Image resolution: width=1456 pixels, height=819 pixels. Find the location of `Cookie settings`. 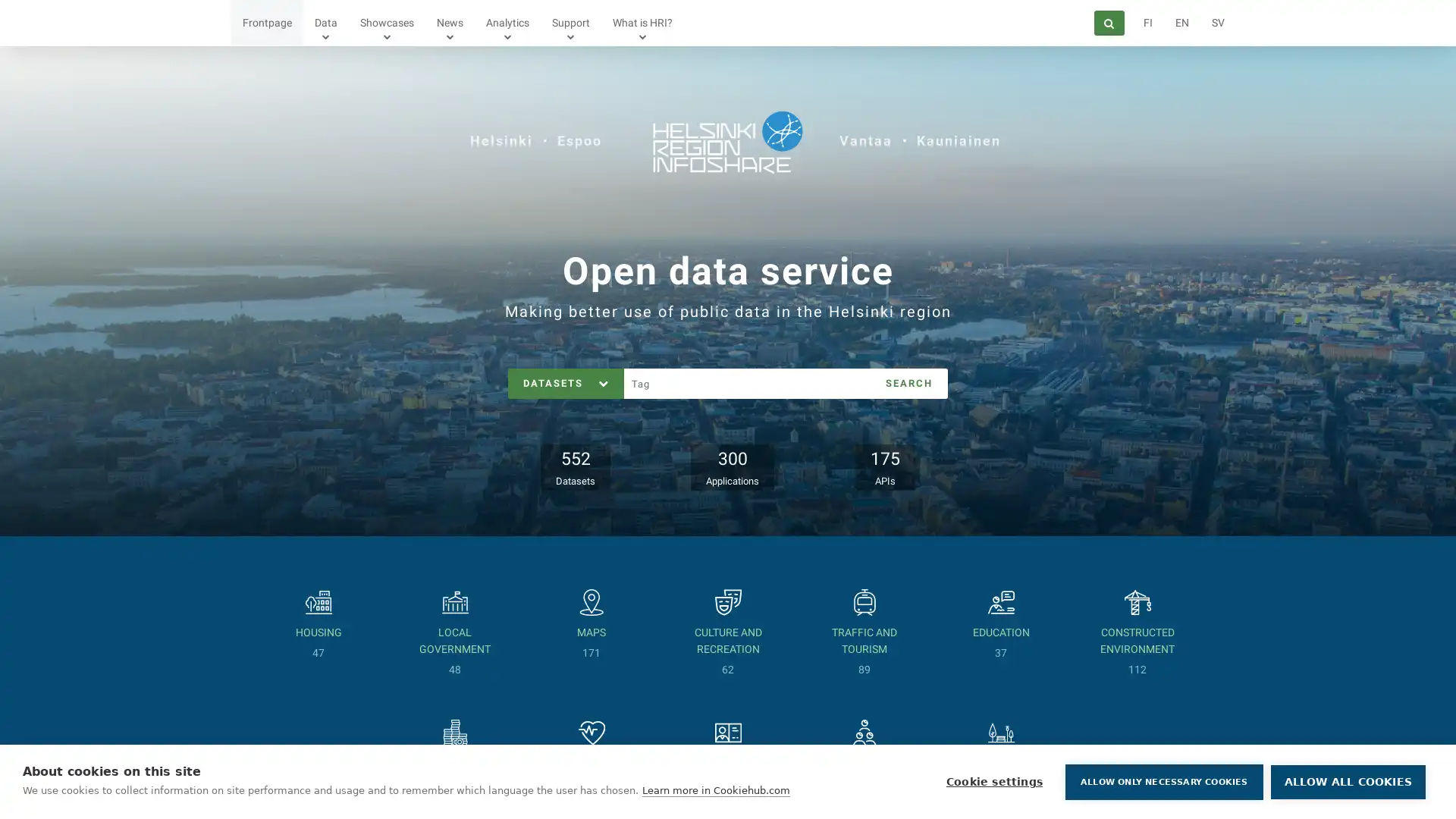

Cookie settings is located at coordinates (993, 781).